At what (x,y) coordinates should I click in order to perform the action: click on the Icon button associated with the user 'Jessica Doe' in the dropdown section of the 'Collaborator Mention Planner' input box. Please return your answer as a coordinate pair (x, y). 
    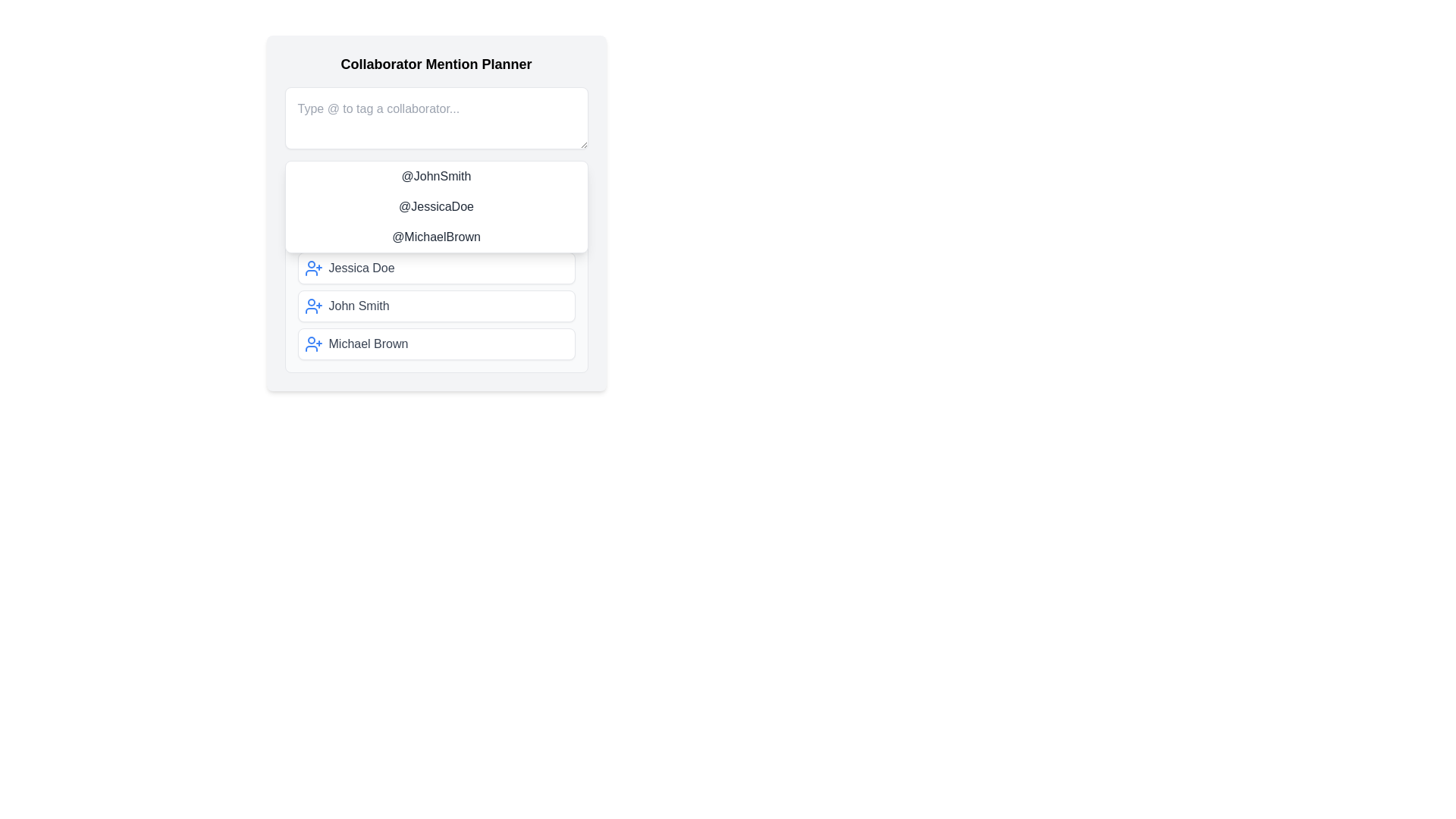
    Looking at the image, I should click on (312, 268).